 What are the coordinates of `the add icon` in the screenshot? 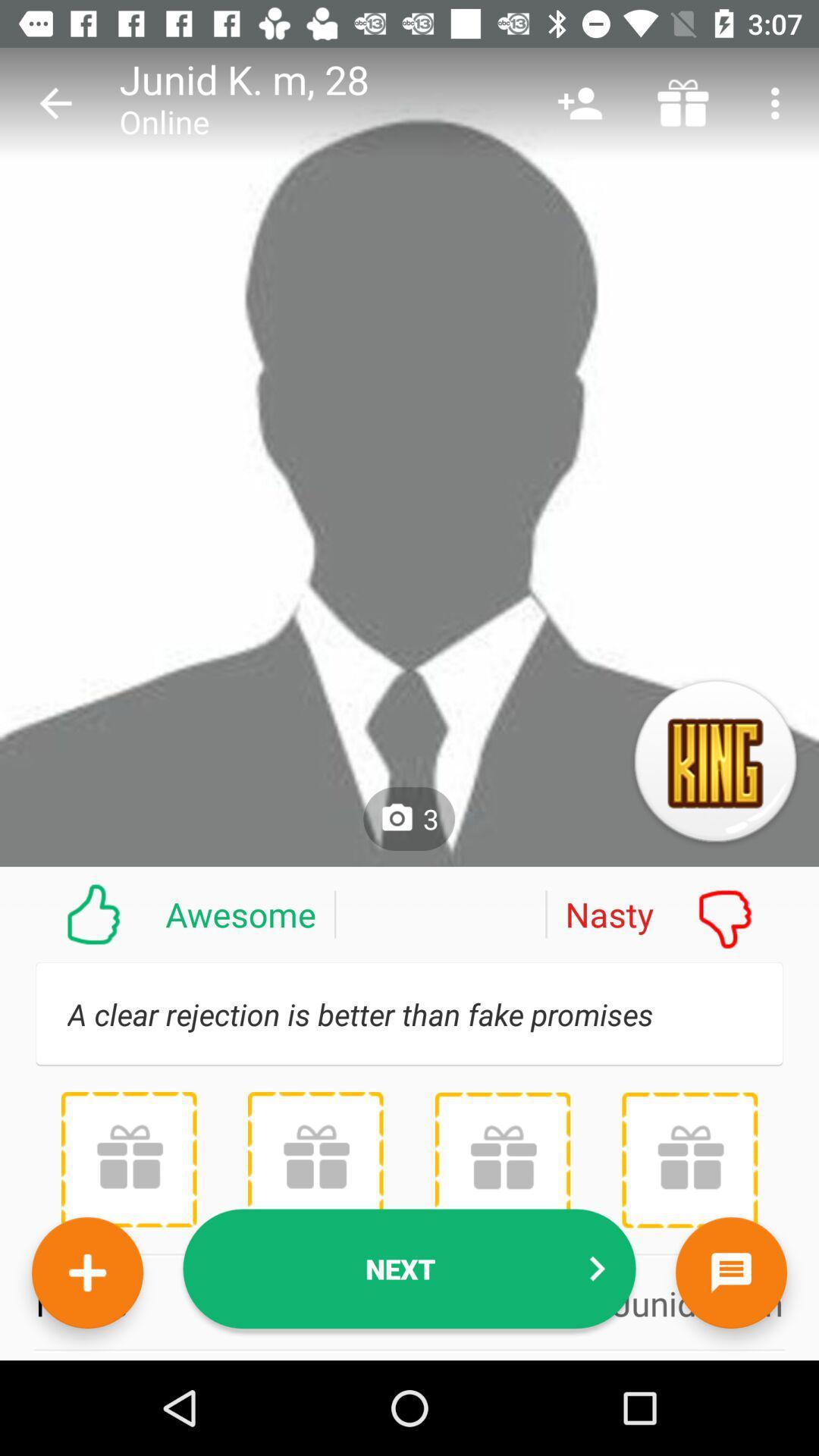 It's located at (87, 1272).